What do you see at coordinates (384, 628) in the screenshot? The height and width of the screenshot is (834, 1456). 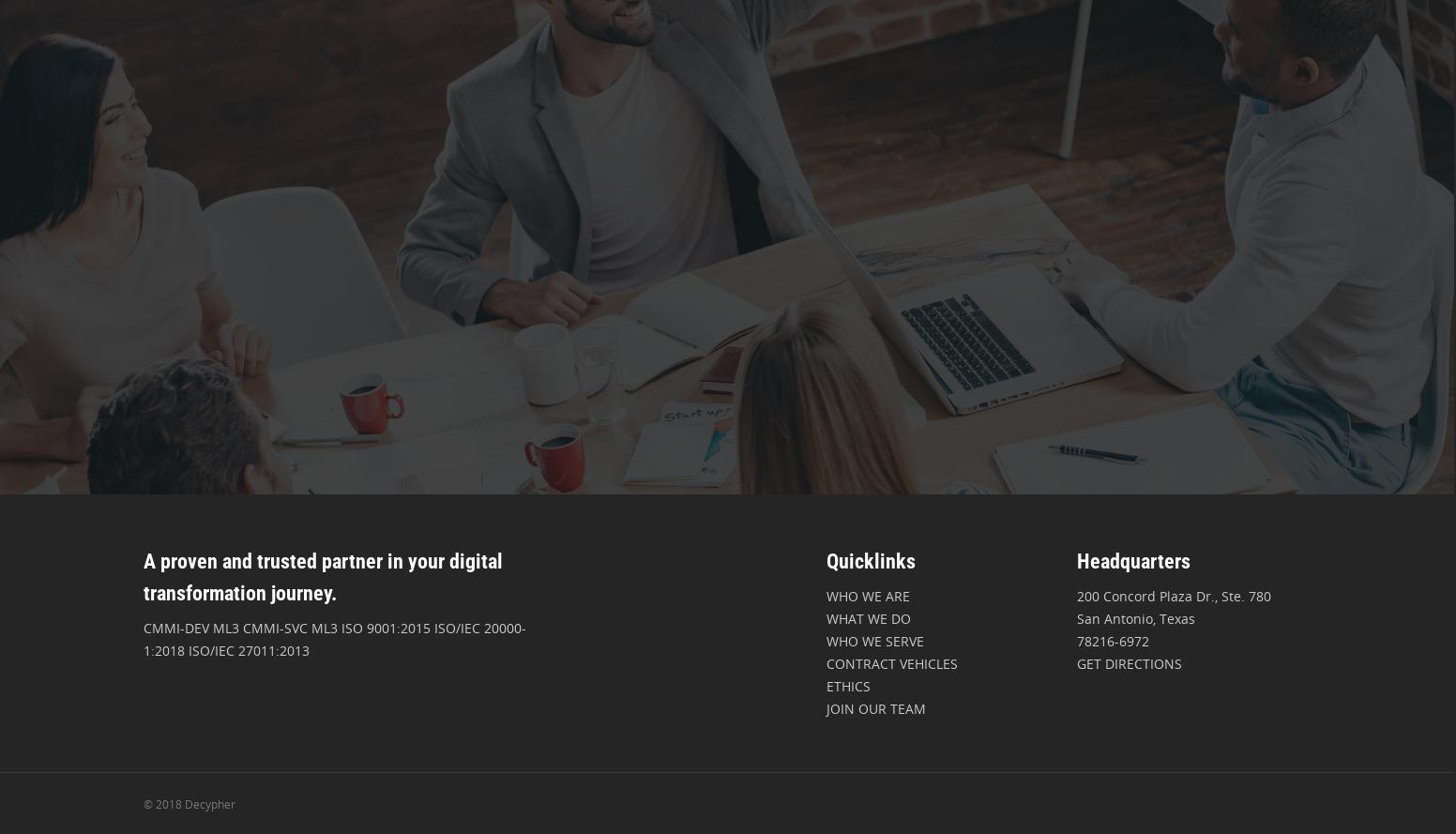 I see `'ISO 9001:2015'` at bounding box center [384, 628].